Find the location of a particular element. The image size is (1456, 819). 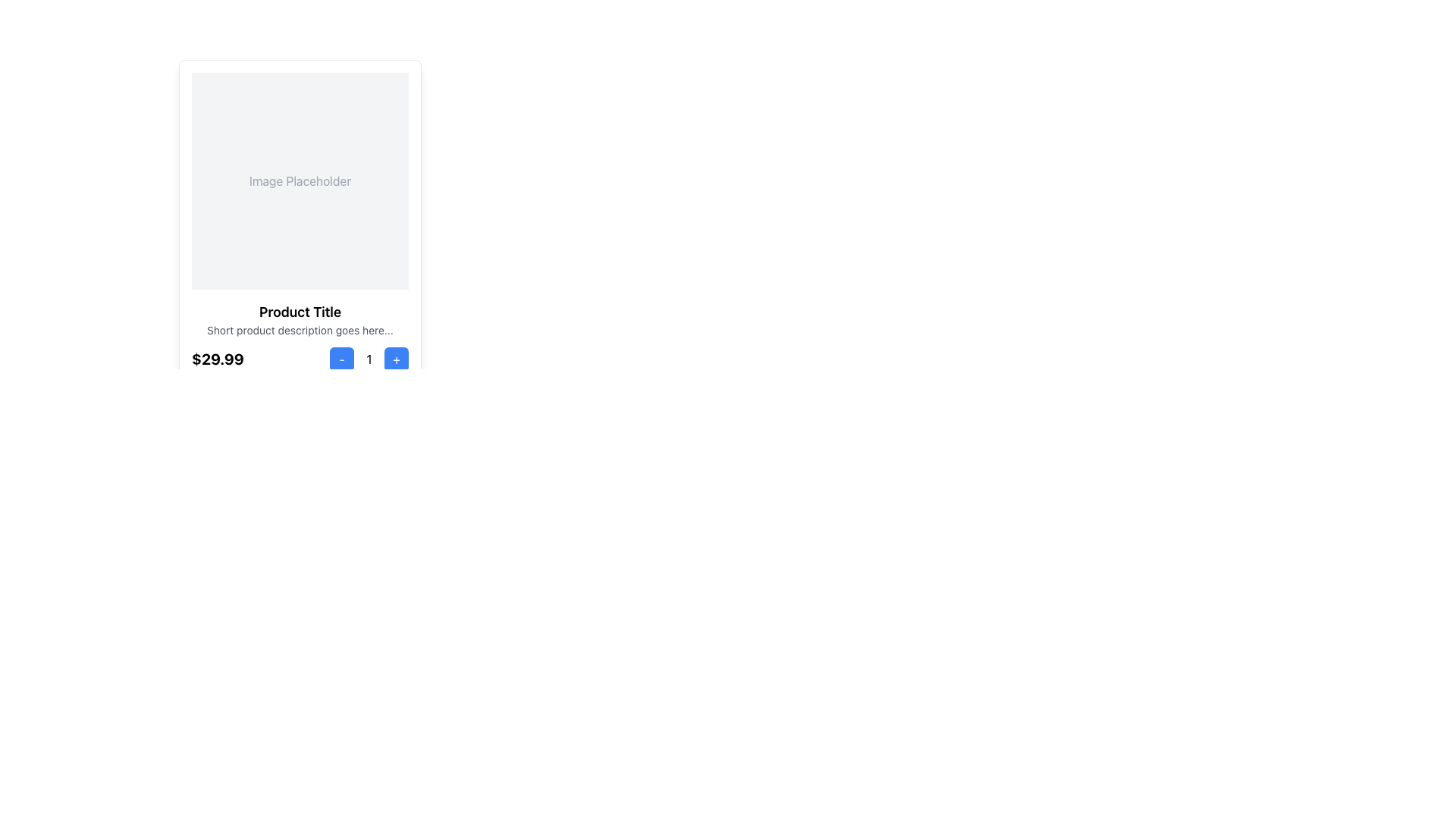

the static text label that displays the current quantity in the counter control, positioned between the decrement and increment buttons in the product card is located at coordinates (369, 359).